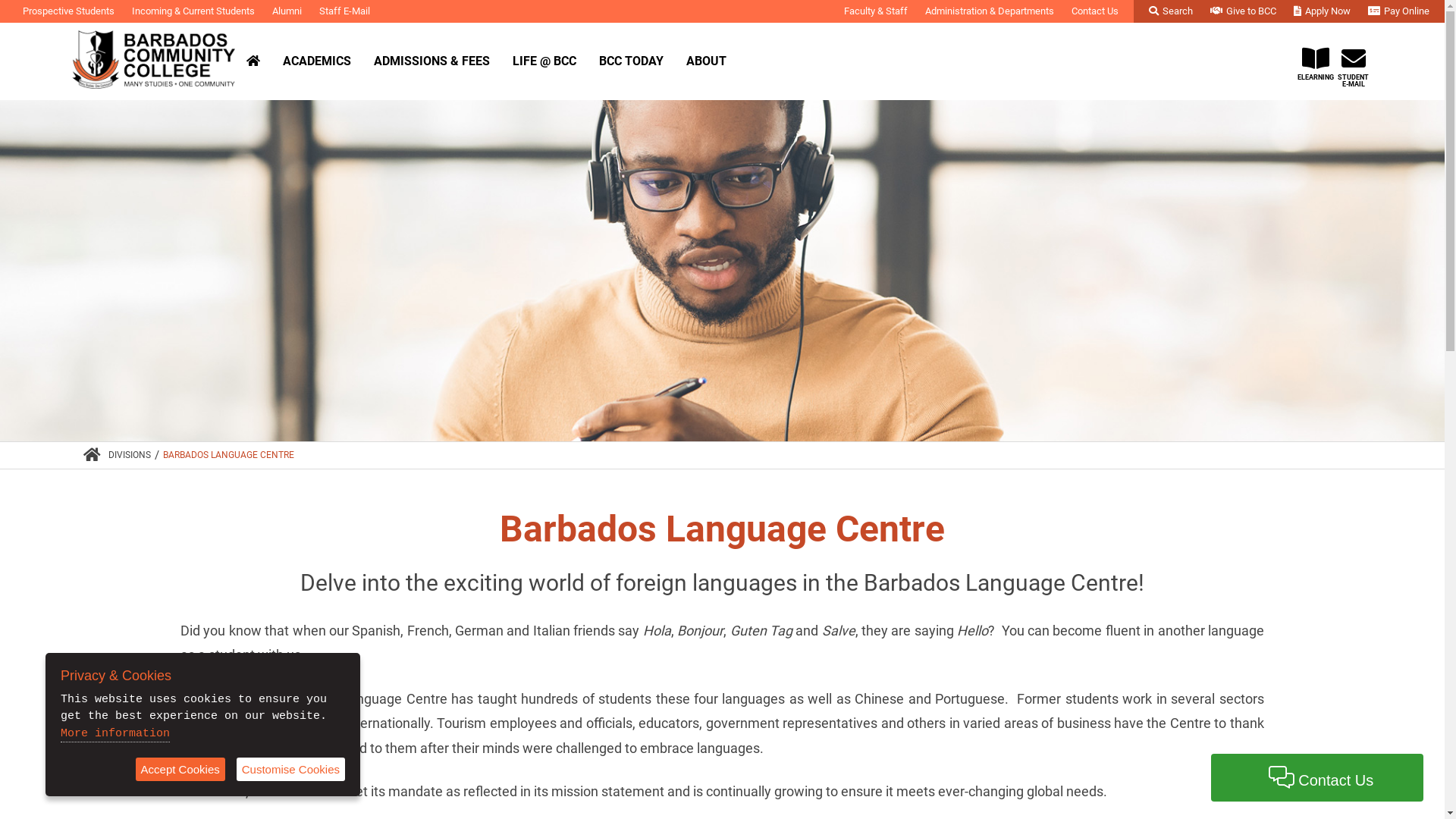  What do you see at coordinates (1170, 11) in the screenshot?
I see `'Search'` at bounding box center [1170, 11].